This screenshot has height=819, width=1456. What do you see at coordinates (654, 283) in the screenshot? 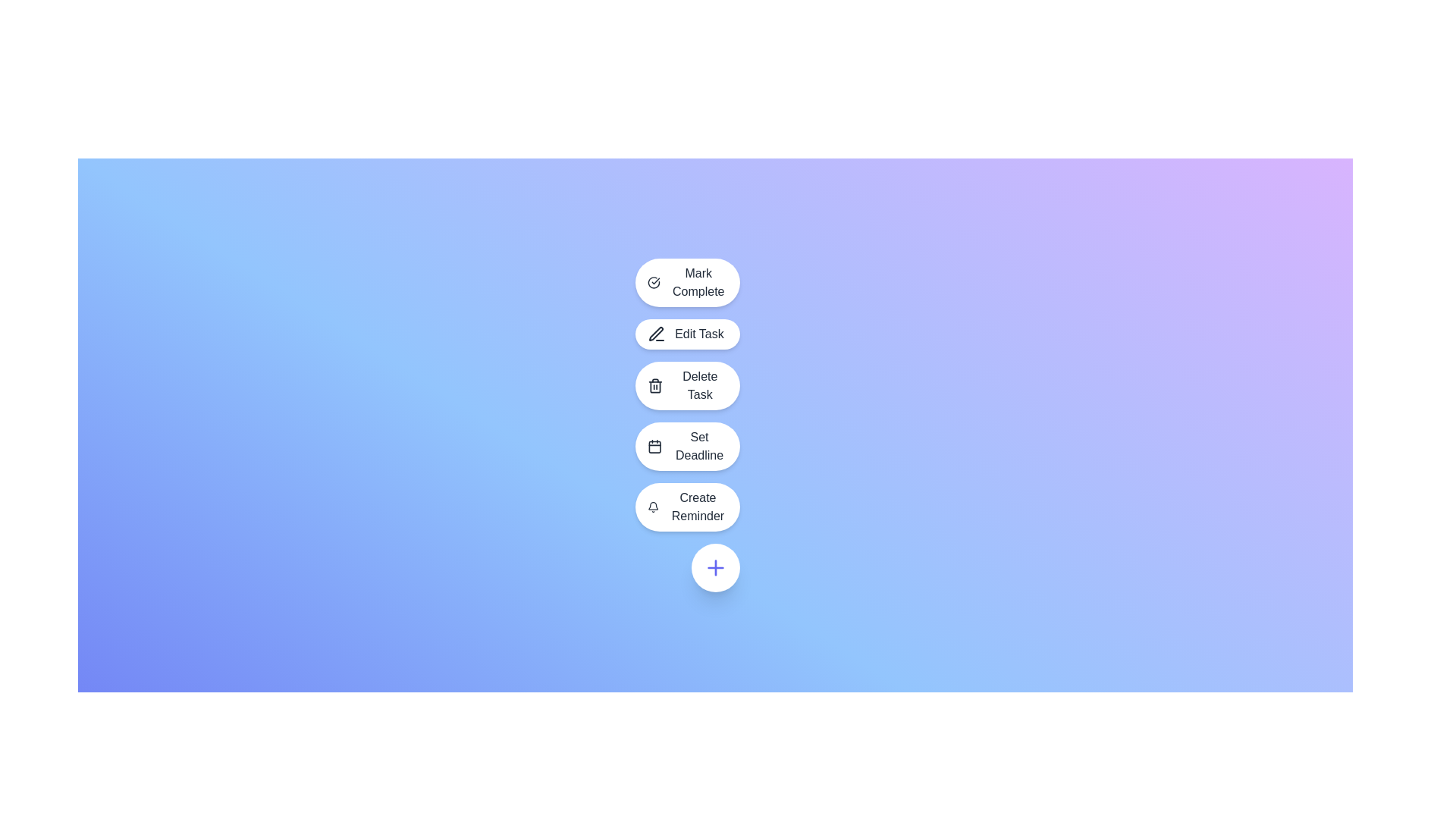
I see `the 'Mark Complete' SVG icon, which is the first icon in a vertical stack of interactive buttons` at bounding box center [654, 283].